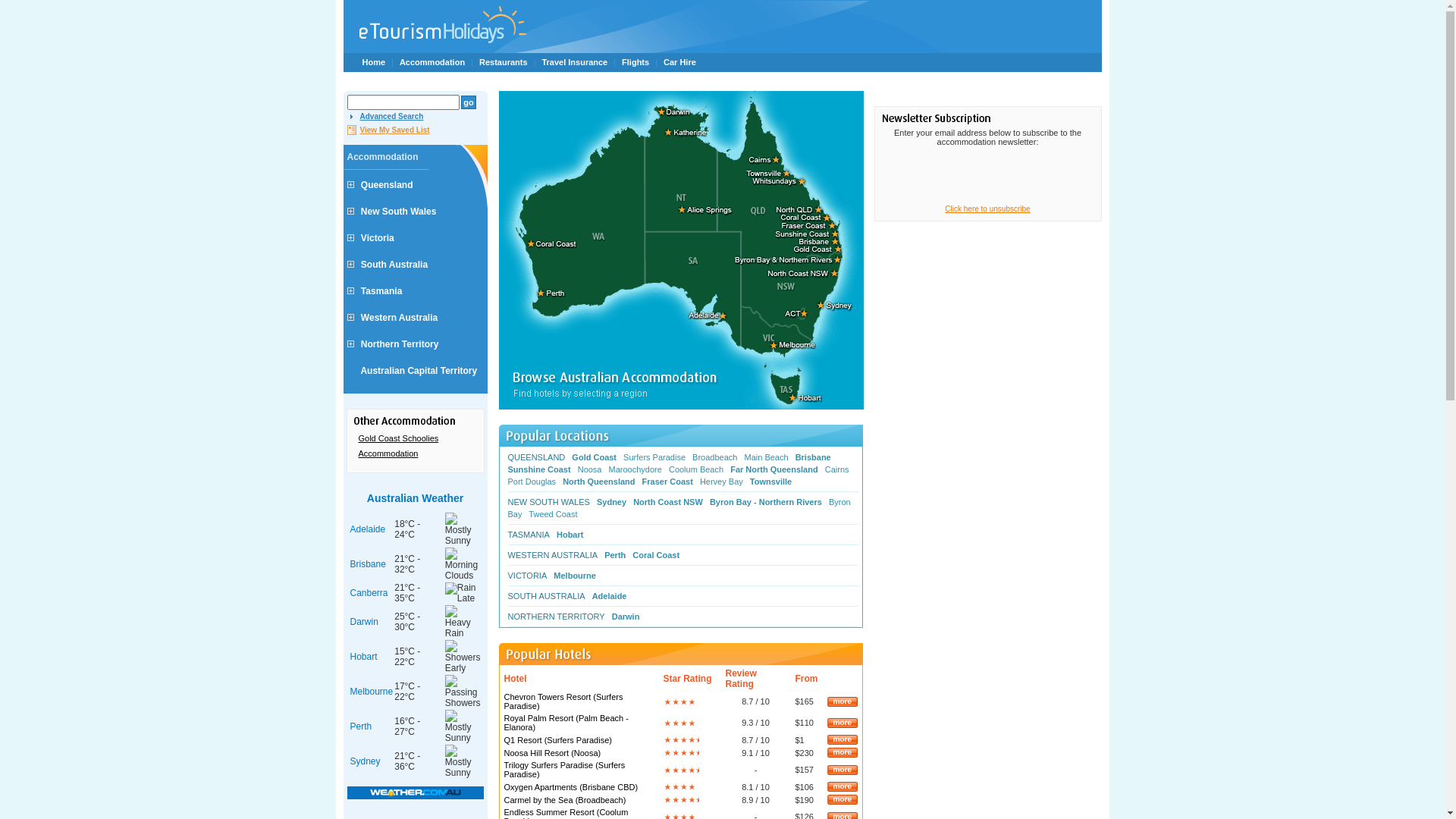  Describe the element at coordinates (394, 263) in the screenshot. I see `'South Australia'` at that location.